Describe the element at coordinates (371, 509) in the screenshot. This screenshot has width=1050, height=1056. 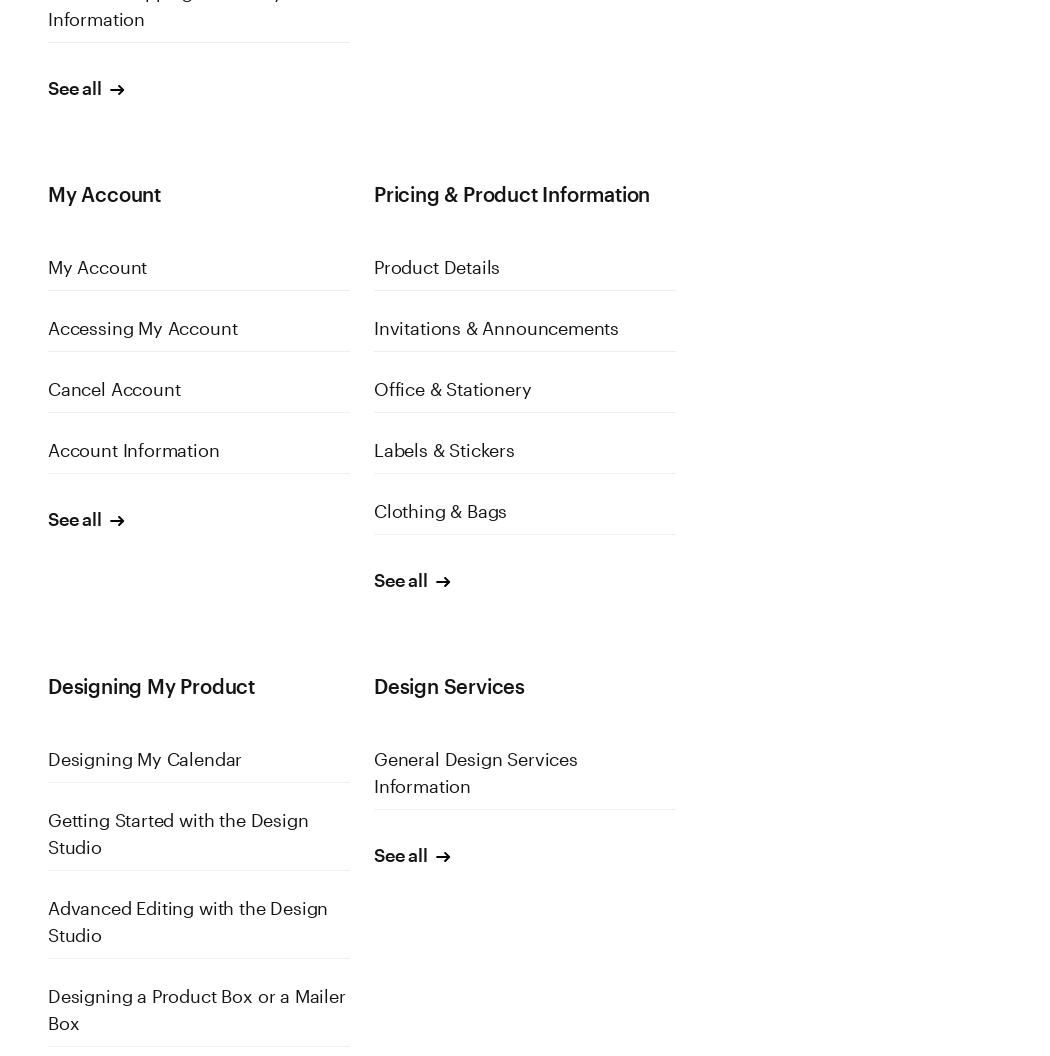
I see `'Clothing & Bags'` at that location.